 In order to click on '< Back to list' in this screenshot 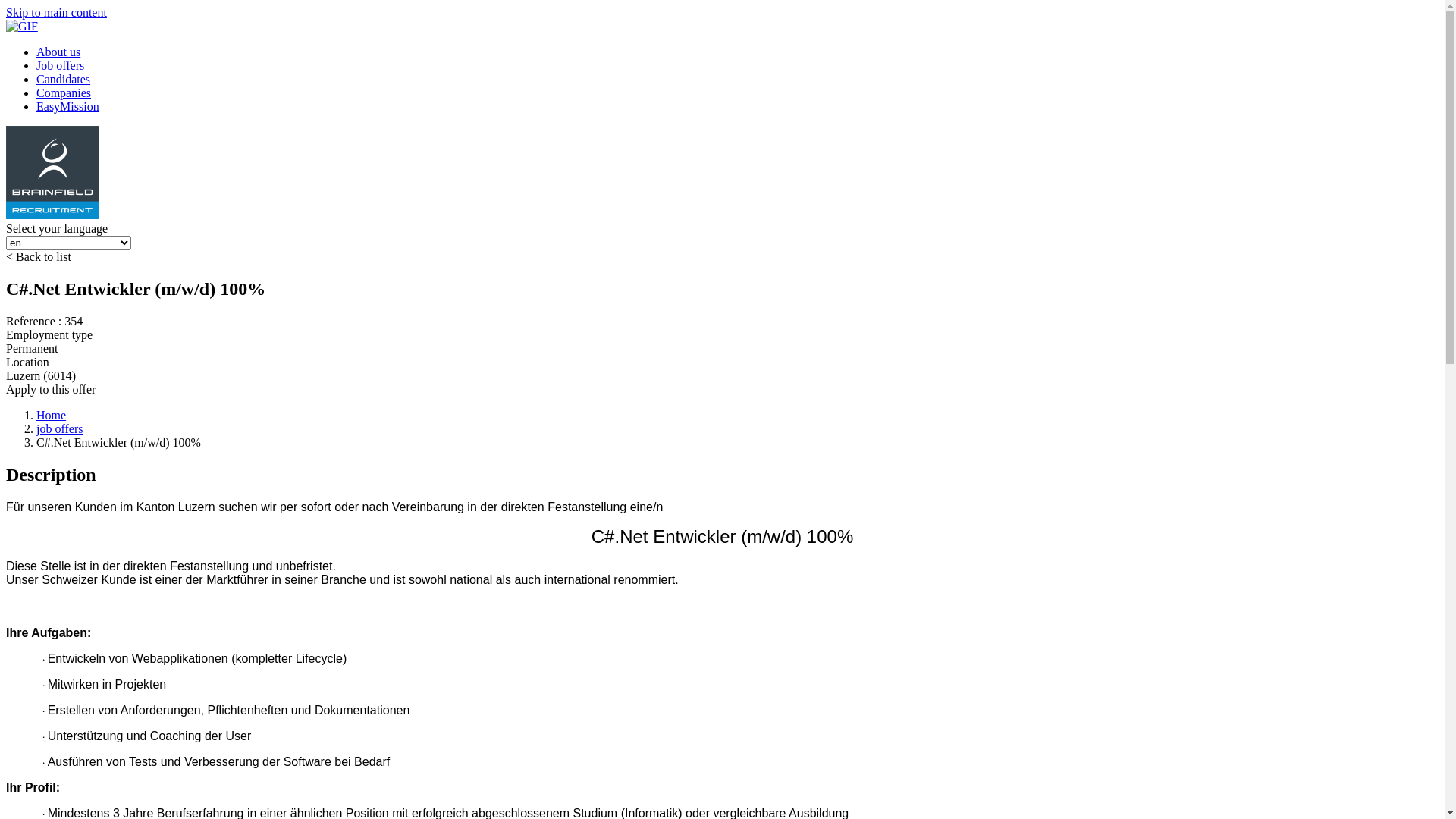, I will do `click(39, 256)`.